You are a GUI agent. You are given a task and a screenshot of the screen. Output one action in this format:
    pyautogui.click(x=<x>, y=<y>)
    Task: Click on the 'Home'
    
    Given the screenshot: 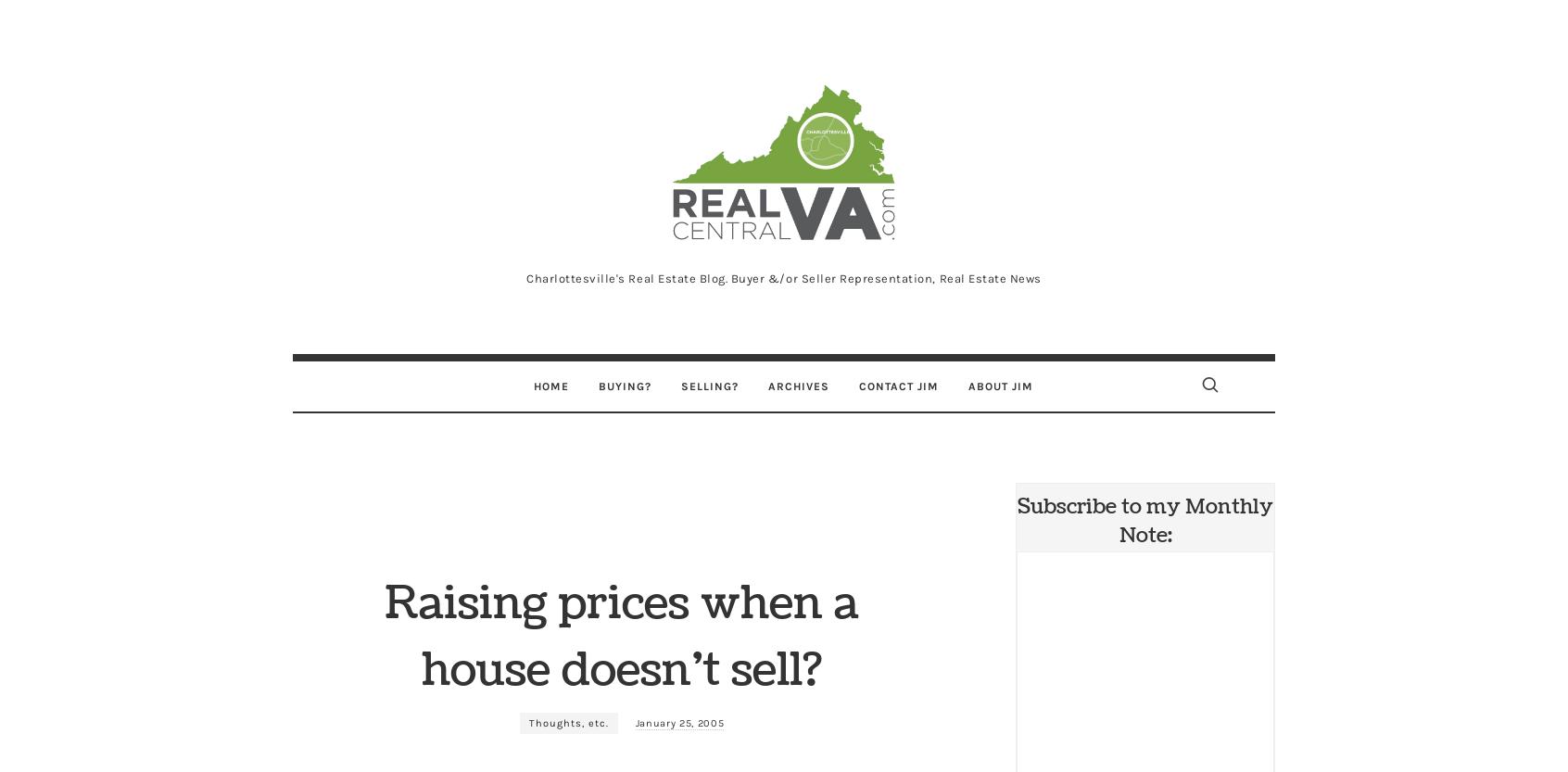 What is the action you would take?
    pyautogui.click(x=550, y=386)
    